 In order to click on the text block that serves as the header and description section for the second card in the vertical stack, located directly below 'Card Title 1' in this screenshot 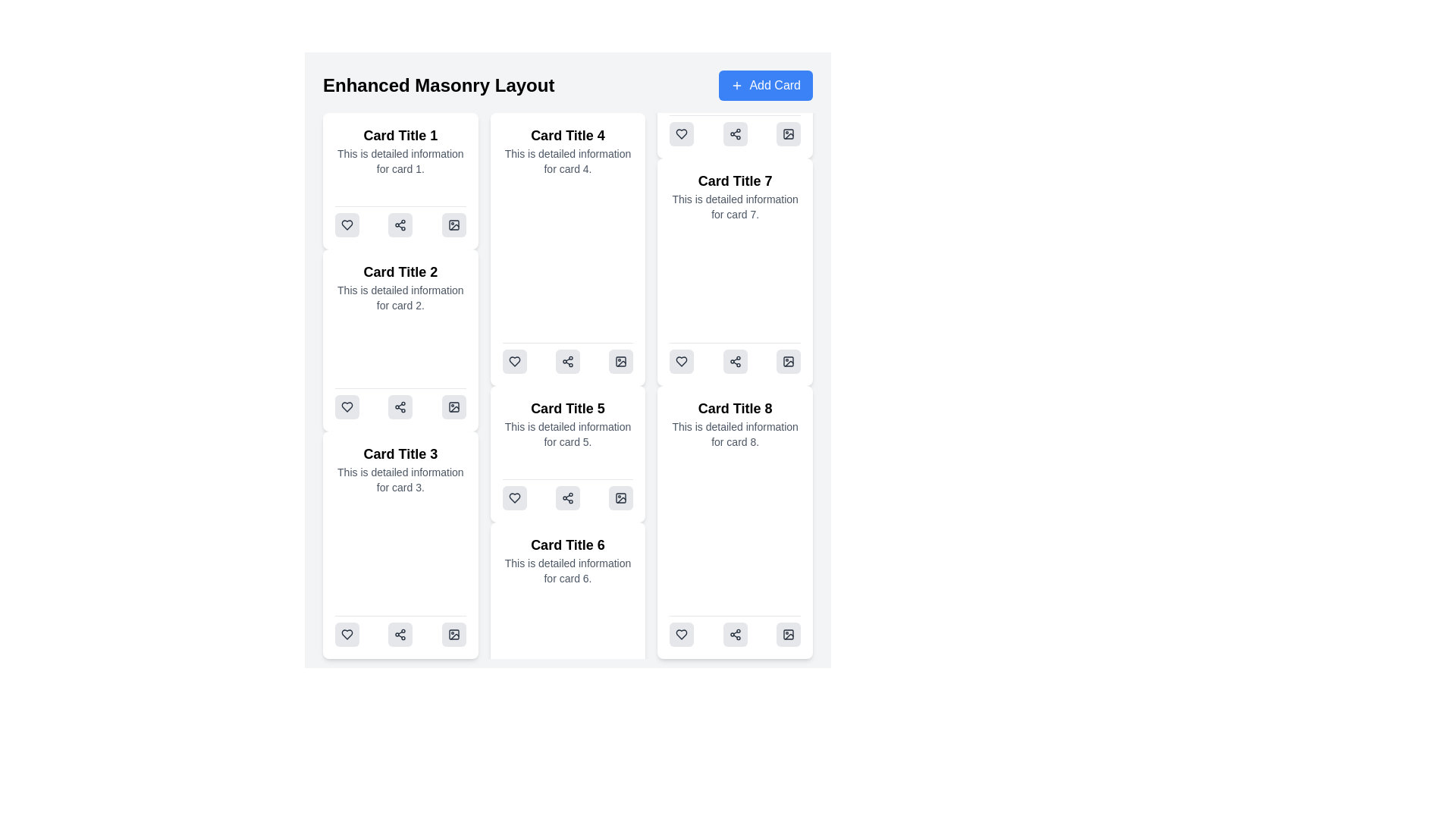, I will do `click(400, 287)`.